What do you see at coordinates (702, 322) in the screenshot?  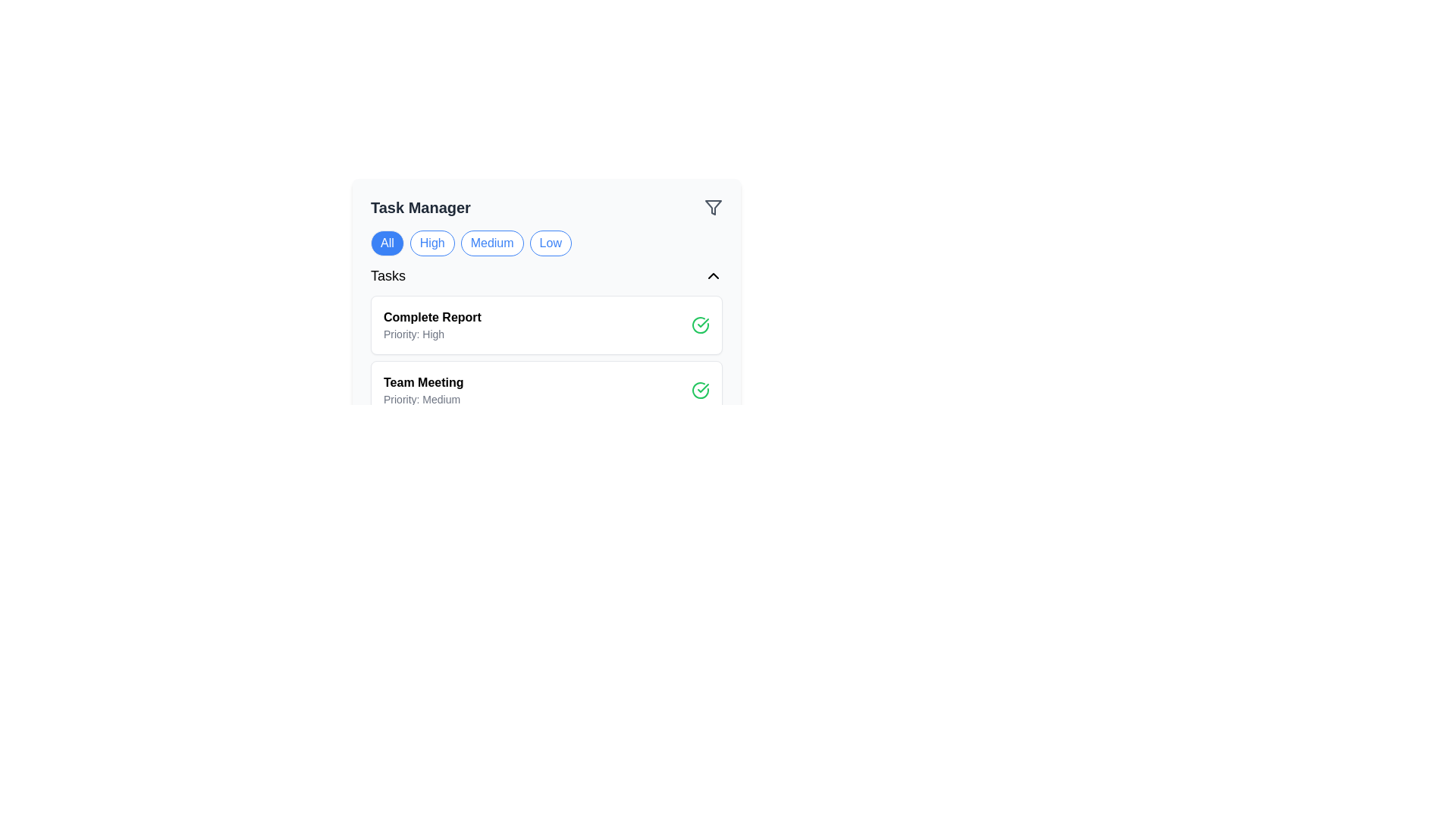 I see `the green checkmark icon within a circular border located to the far right of the 'Team Meeting' task item in the task list via visual observation` at bounding box center [702, 322].